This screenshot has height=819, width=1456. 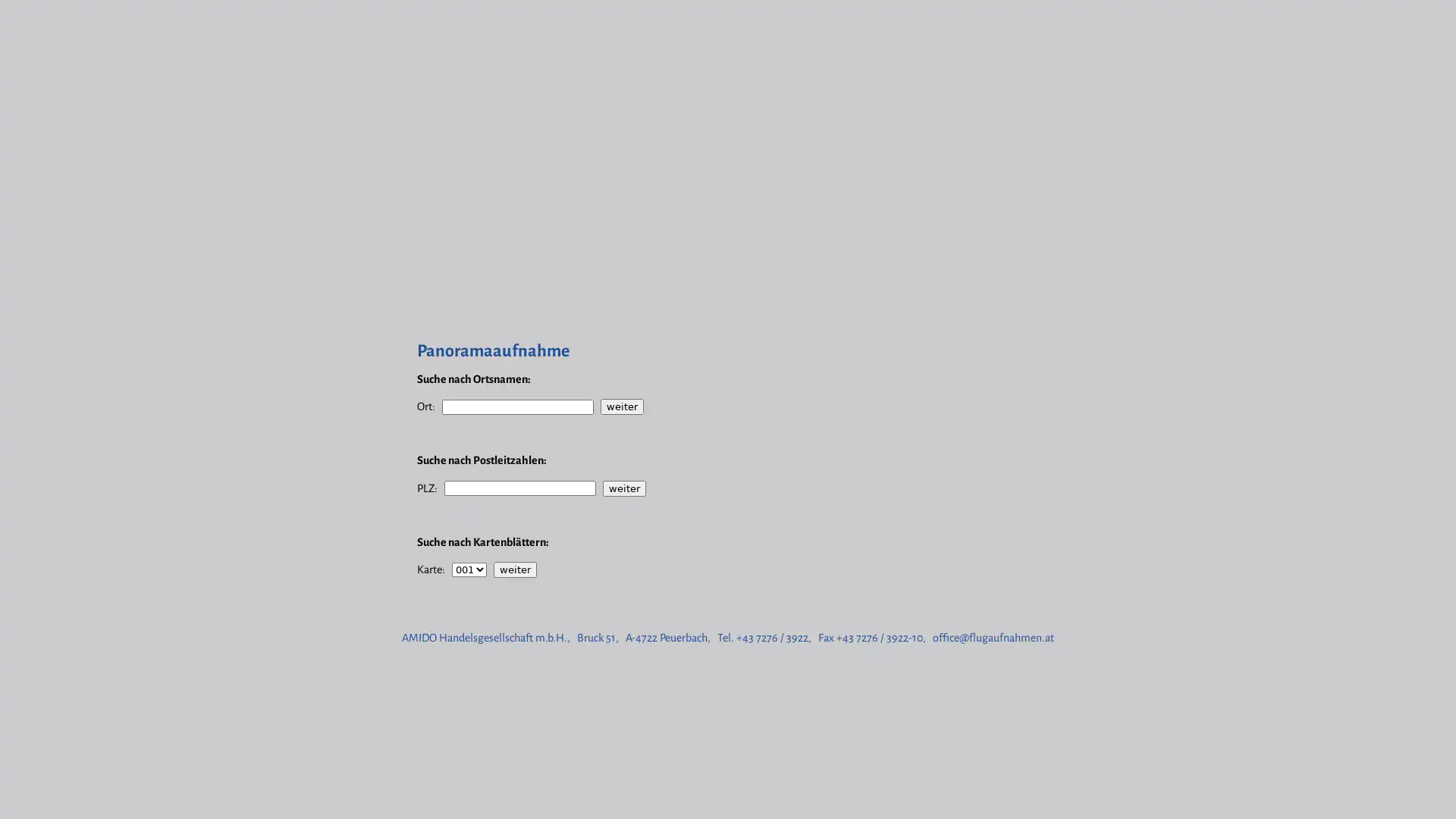 What do you see at coordinates (515, 569) in the screenshot?
I see `weiter` at bounding box center [515, 569].